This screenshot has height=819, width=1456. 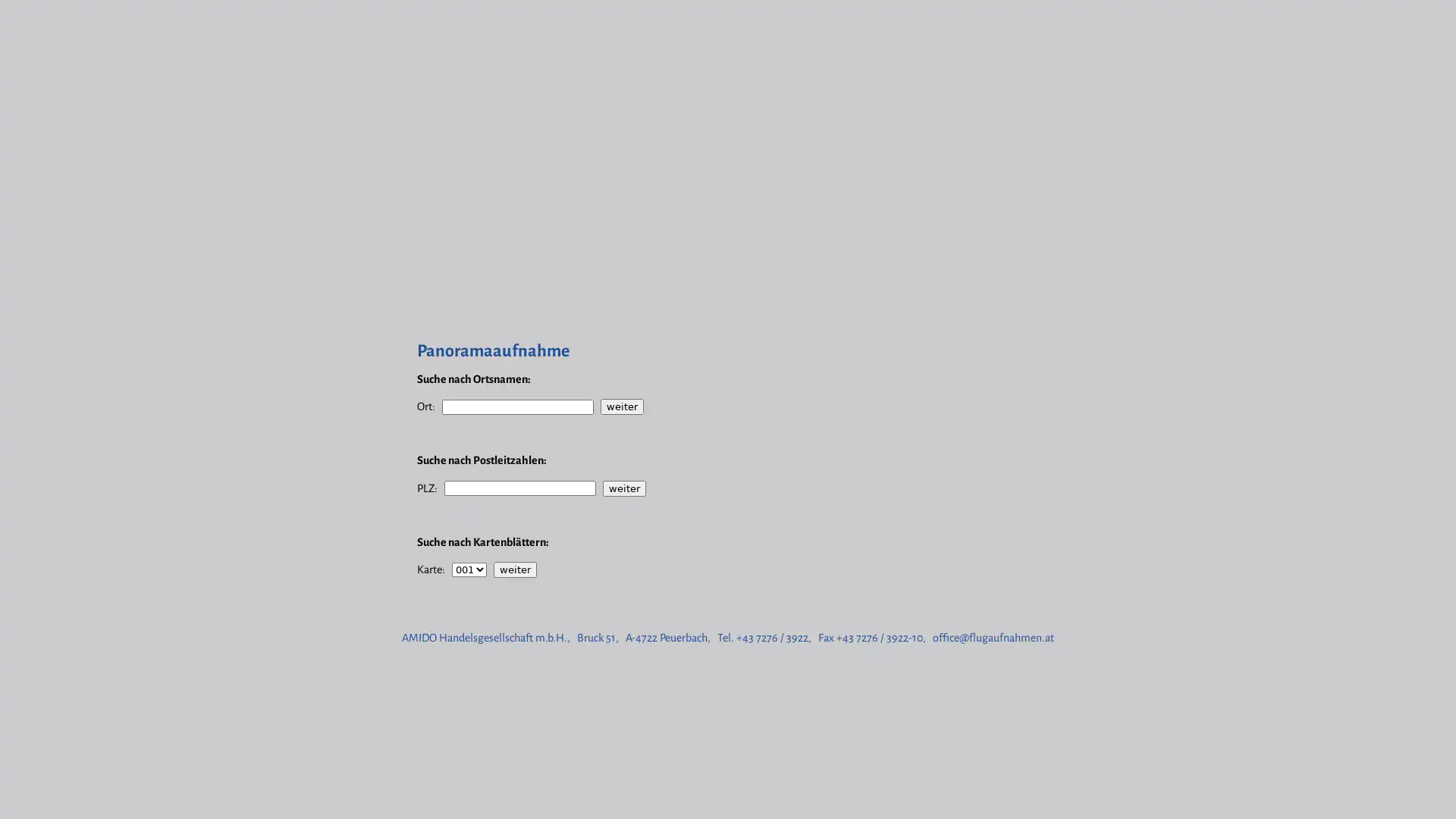 What do you see at coordinates (515, 569) in the screenshot?
I see `weiter` at bounding box center [515, 569].